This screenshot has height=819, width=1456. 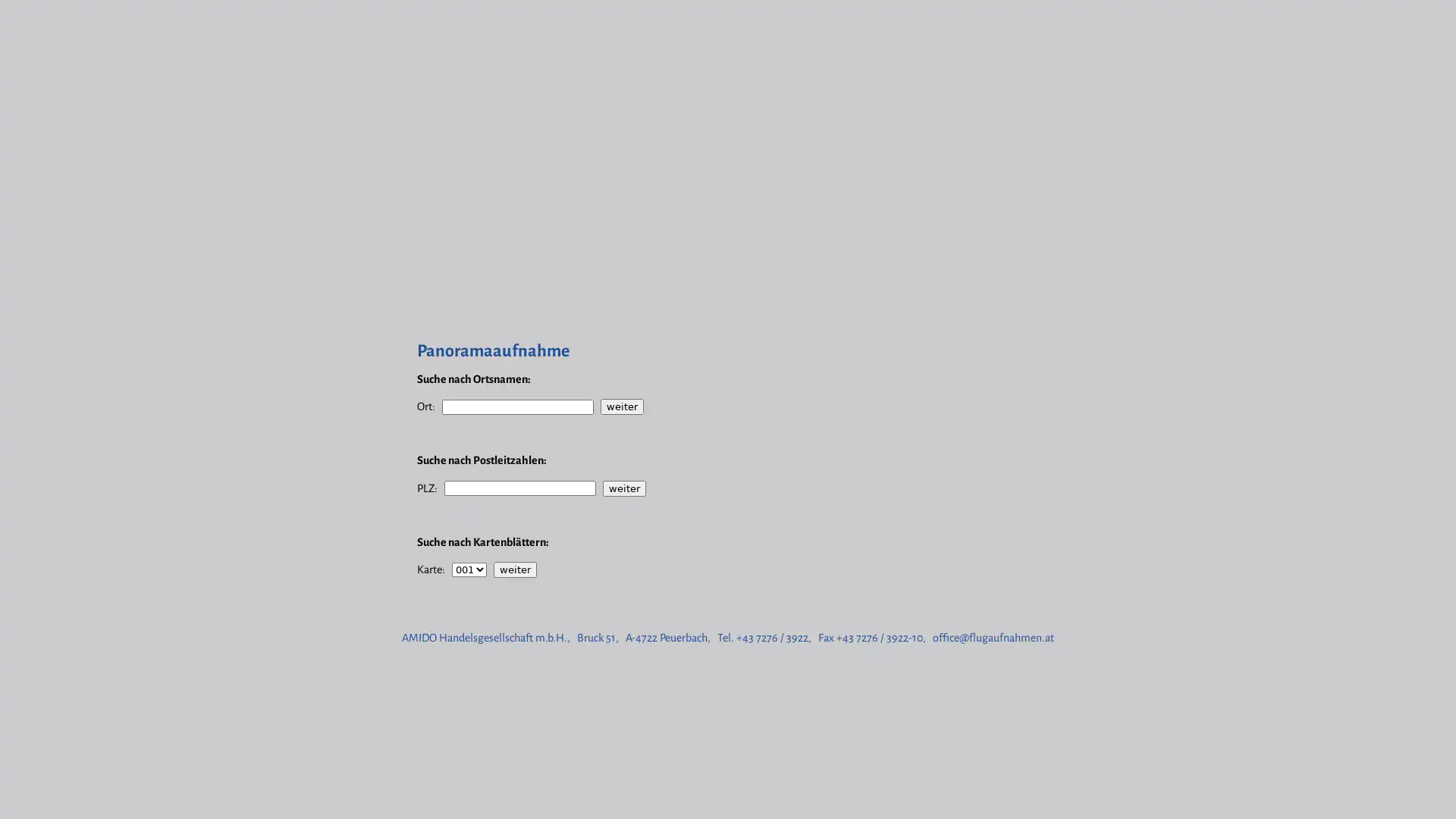 What do you see at coordinates (515, 569) in the screenshot?
I see `weiter` at bounding box center [515, 569].